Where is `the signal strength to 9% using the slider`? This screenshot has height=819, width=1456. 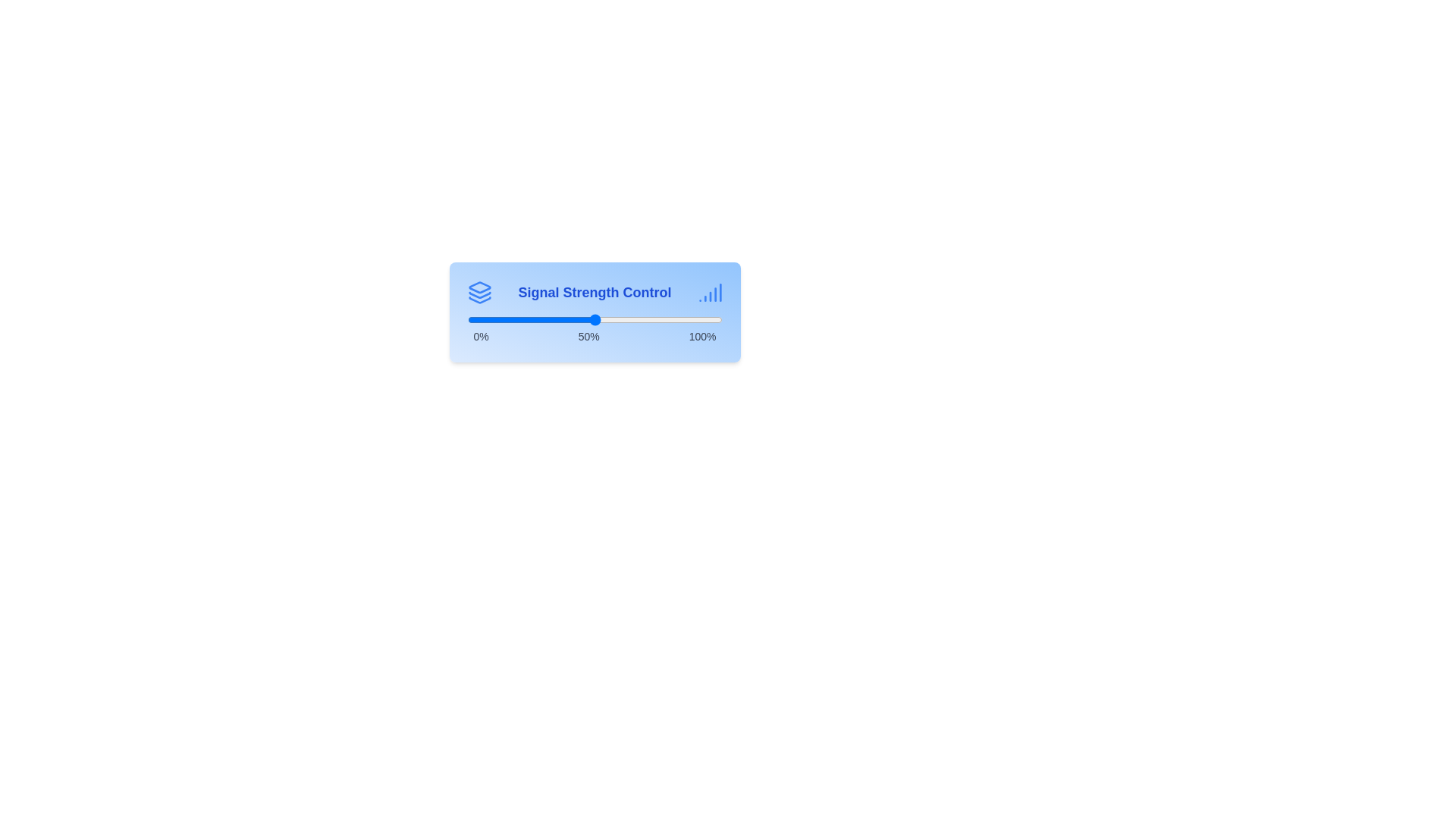
the signal strength to 9% using the slider is located at coordinates (490, 318).